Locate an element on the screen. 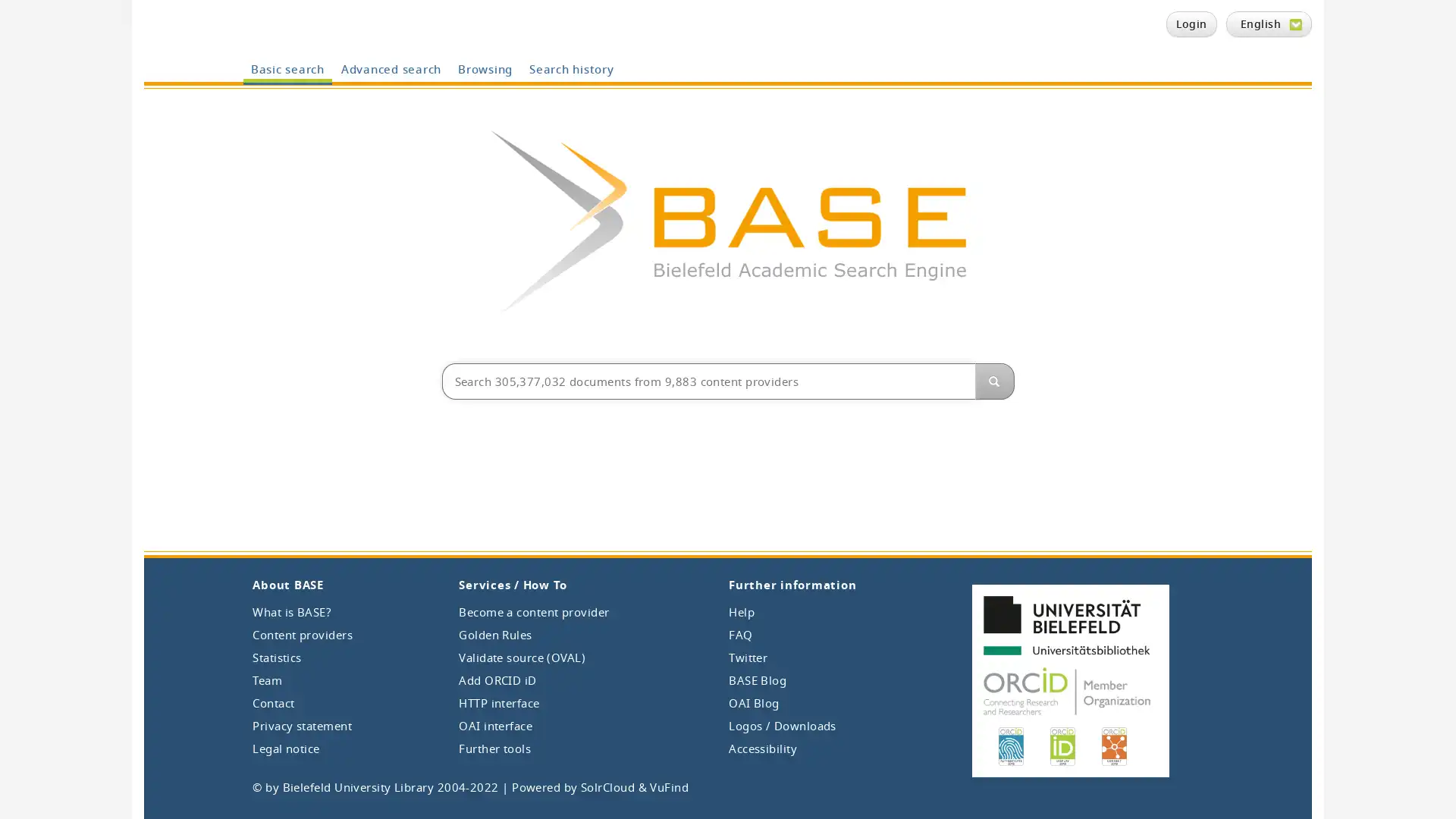 The width and height of the screenshot is (1456, 819). Search is located at coordinates (993, 380).